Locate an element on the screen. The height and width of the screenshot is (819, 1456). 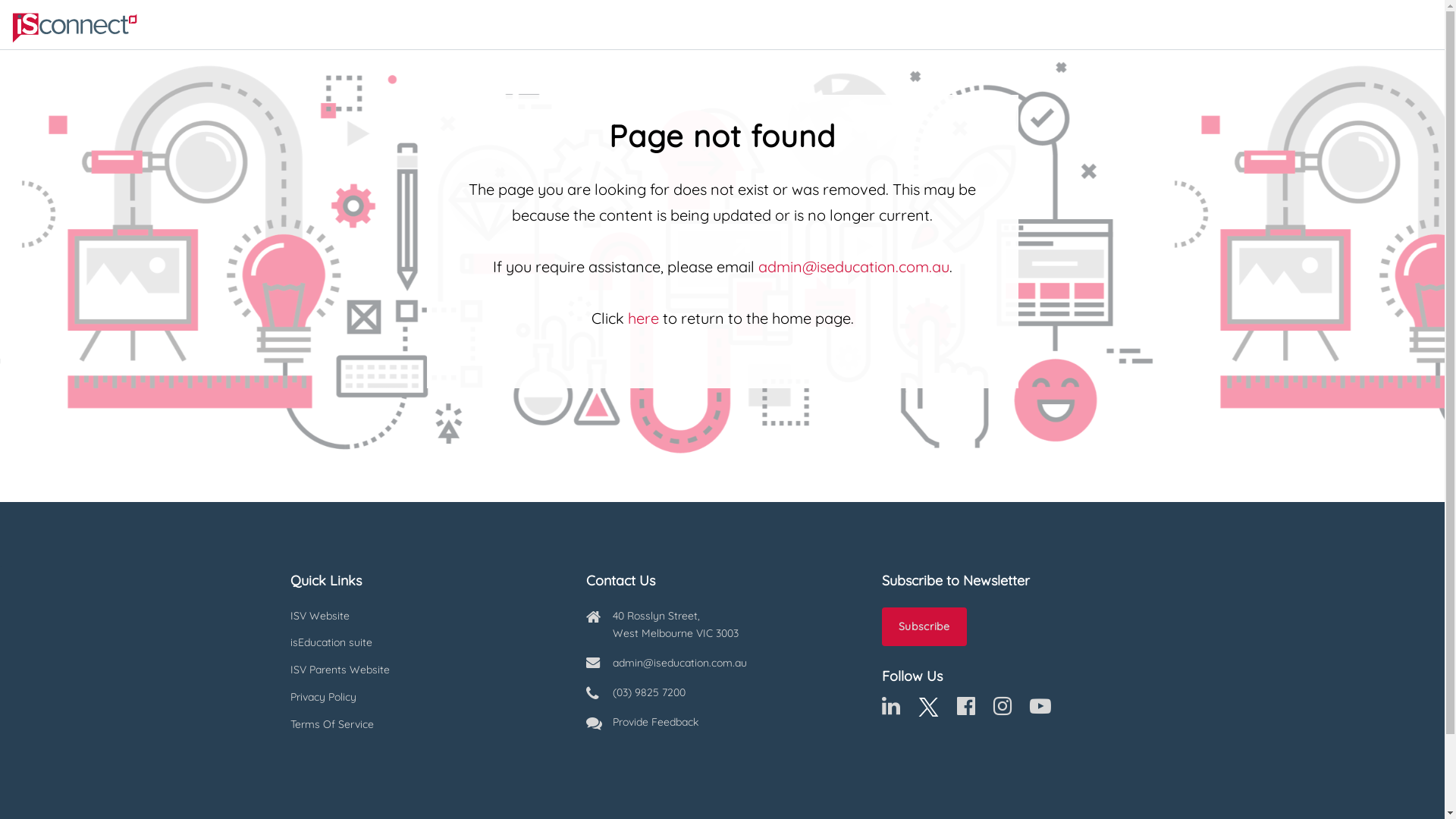
'Privacy Policy' is located at coordinates (425, 698).